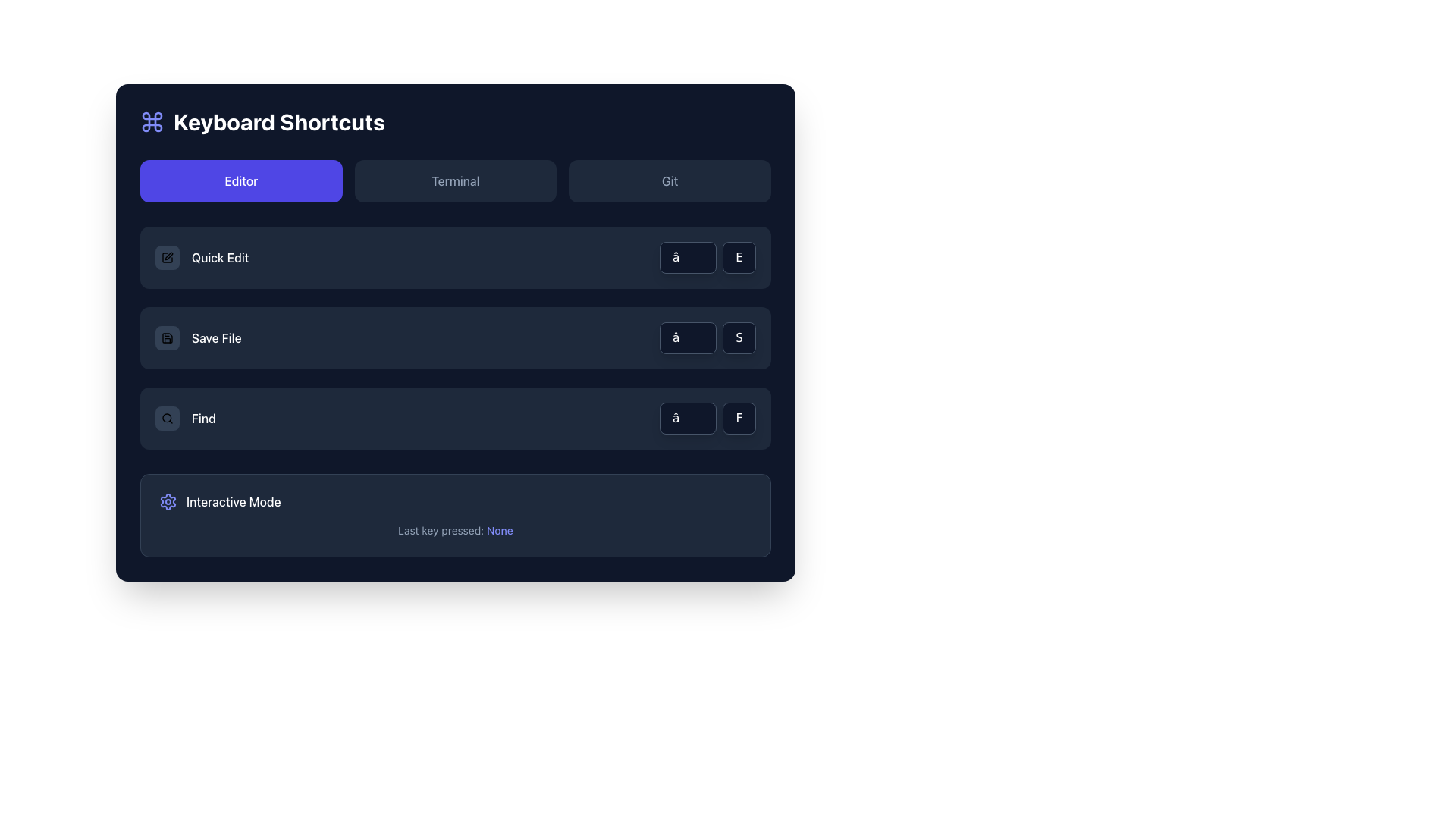 The height and width of the screenshot is (819, 1456). I want to click on the button with a dark background and white letter 'S' centered within it, located in the center-right of the 'Save File' row, so click(739, 337).